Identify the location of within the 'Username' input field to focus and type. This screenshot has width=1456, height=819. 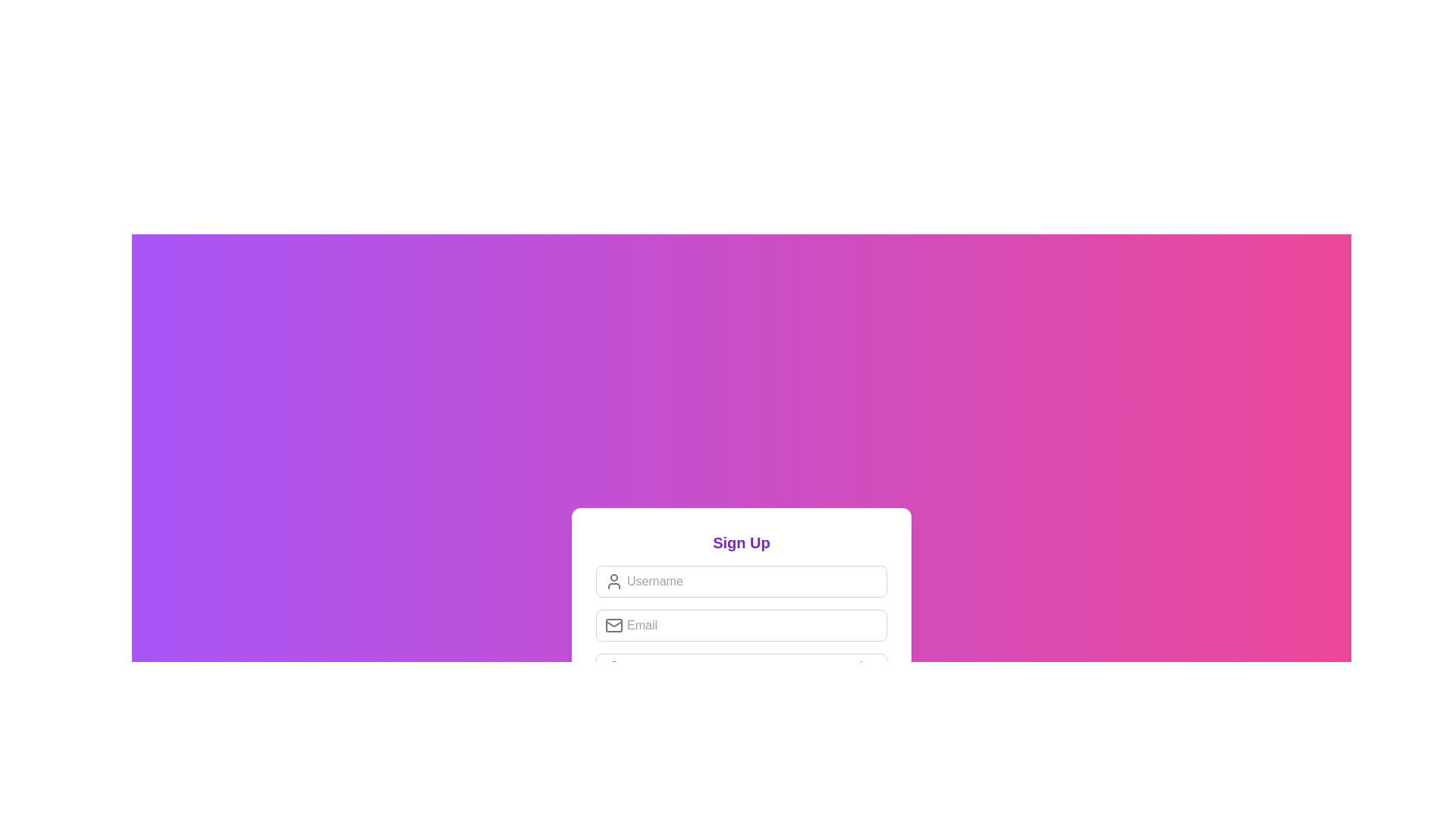
(742, 581).